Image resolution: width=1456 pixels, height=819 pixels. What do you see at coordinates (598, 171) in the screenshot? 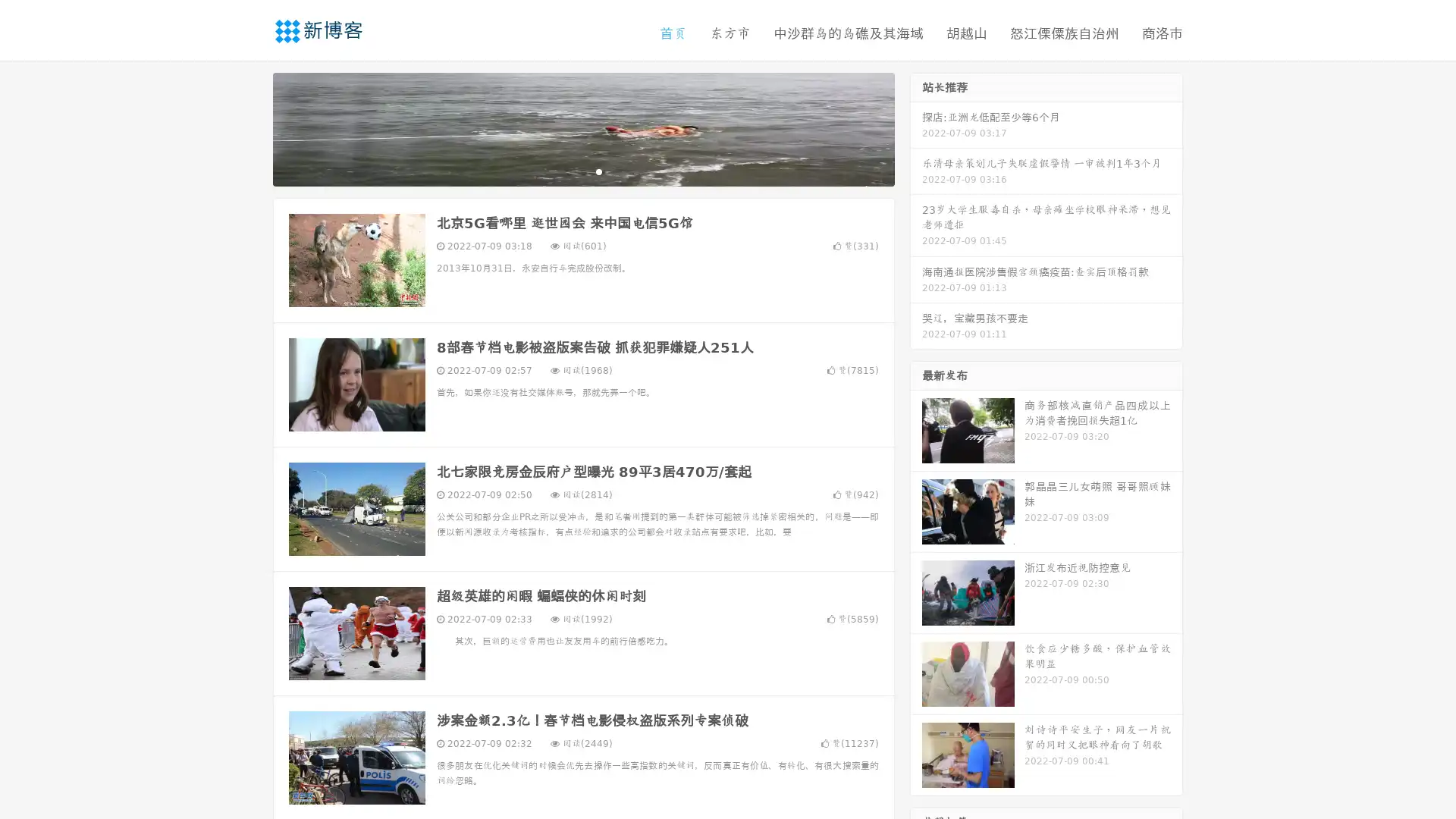
I see `Go to slide 3` at bounding box center [598, 171].